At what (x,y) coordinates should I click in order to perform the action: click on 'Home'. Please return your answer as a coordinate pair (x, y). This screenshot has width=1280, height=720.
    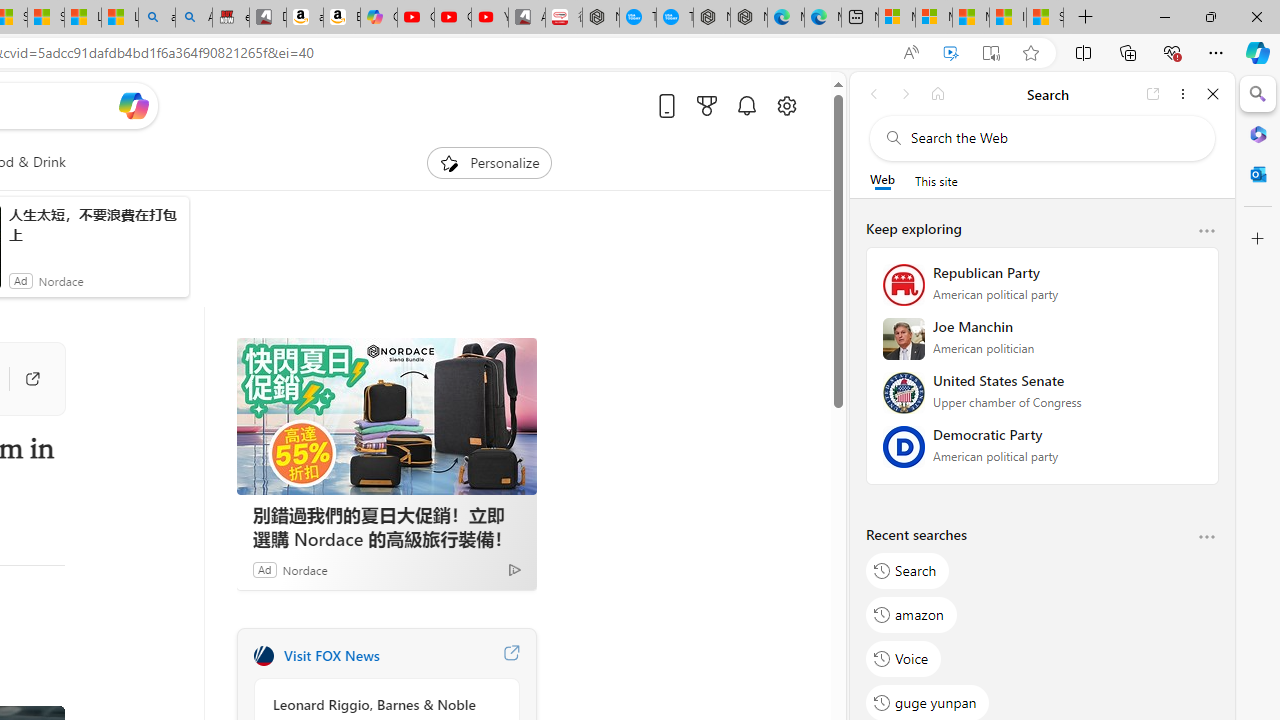
    Looking at the image, I should click on (937, 93).